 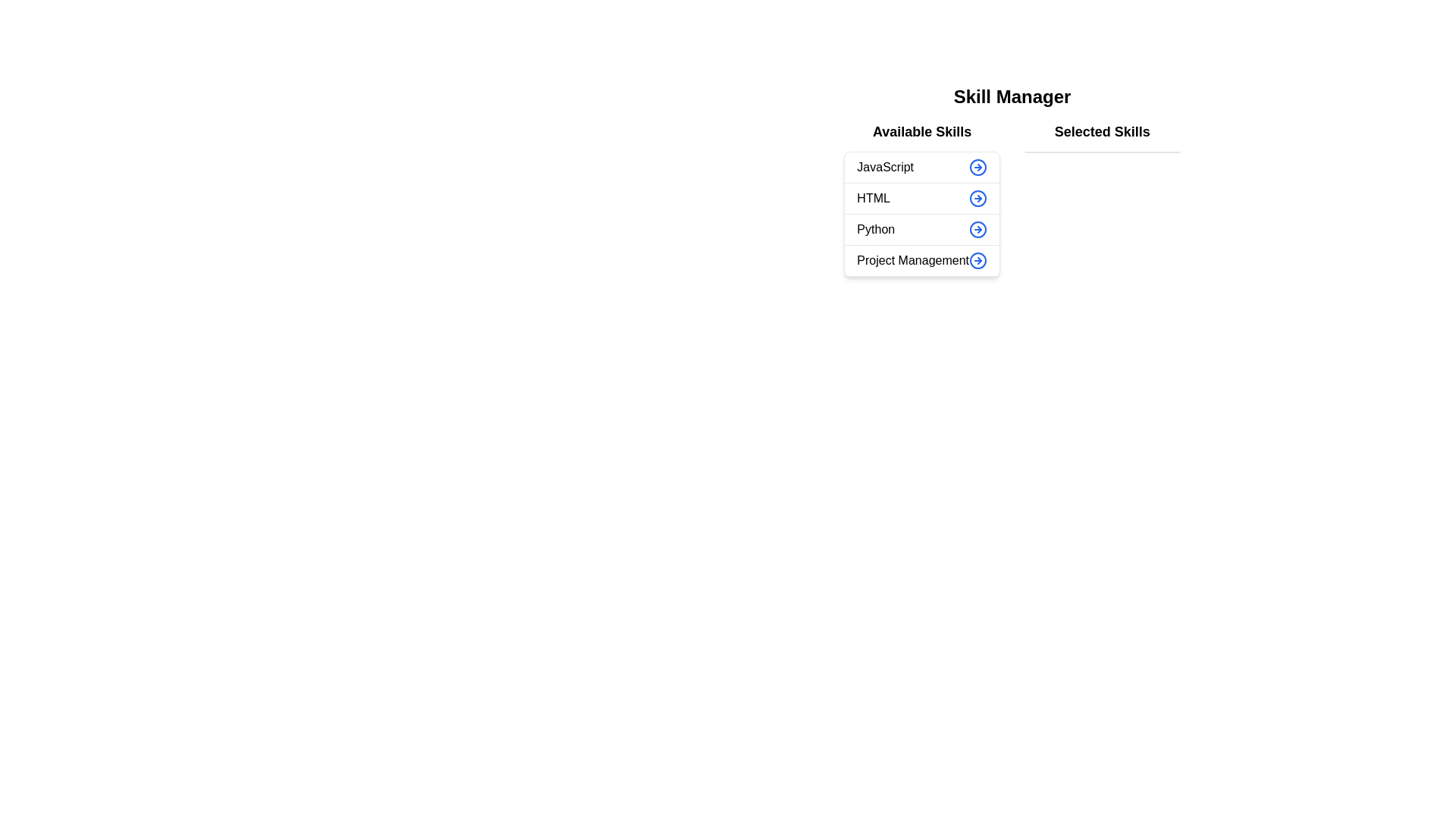 I want to click on the button corresponding to the skill Python, so click(x=978, y=230).